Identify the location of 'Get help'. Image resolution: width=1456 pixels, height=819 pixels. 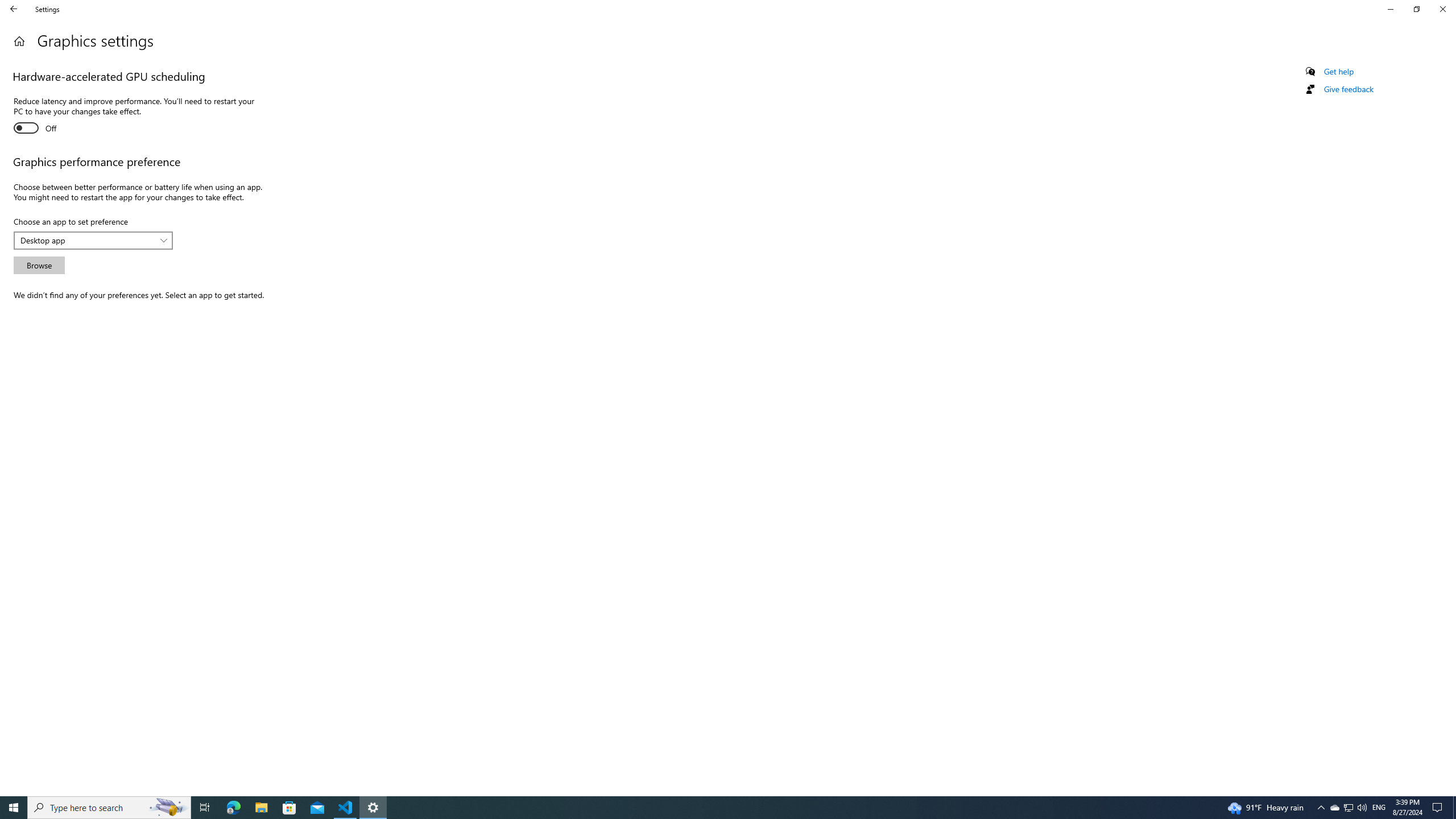
(1338, 71).